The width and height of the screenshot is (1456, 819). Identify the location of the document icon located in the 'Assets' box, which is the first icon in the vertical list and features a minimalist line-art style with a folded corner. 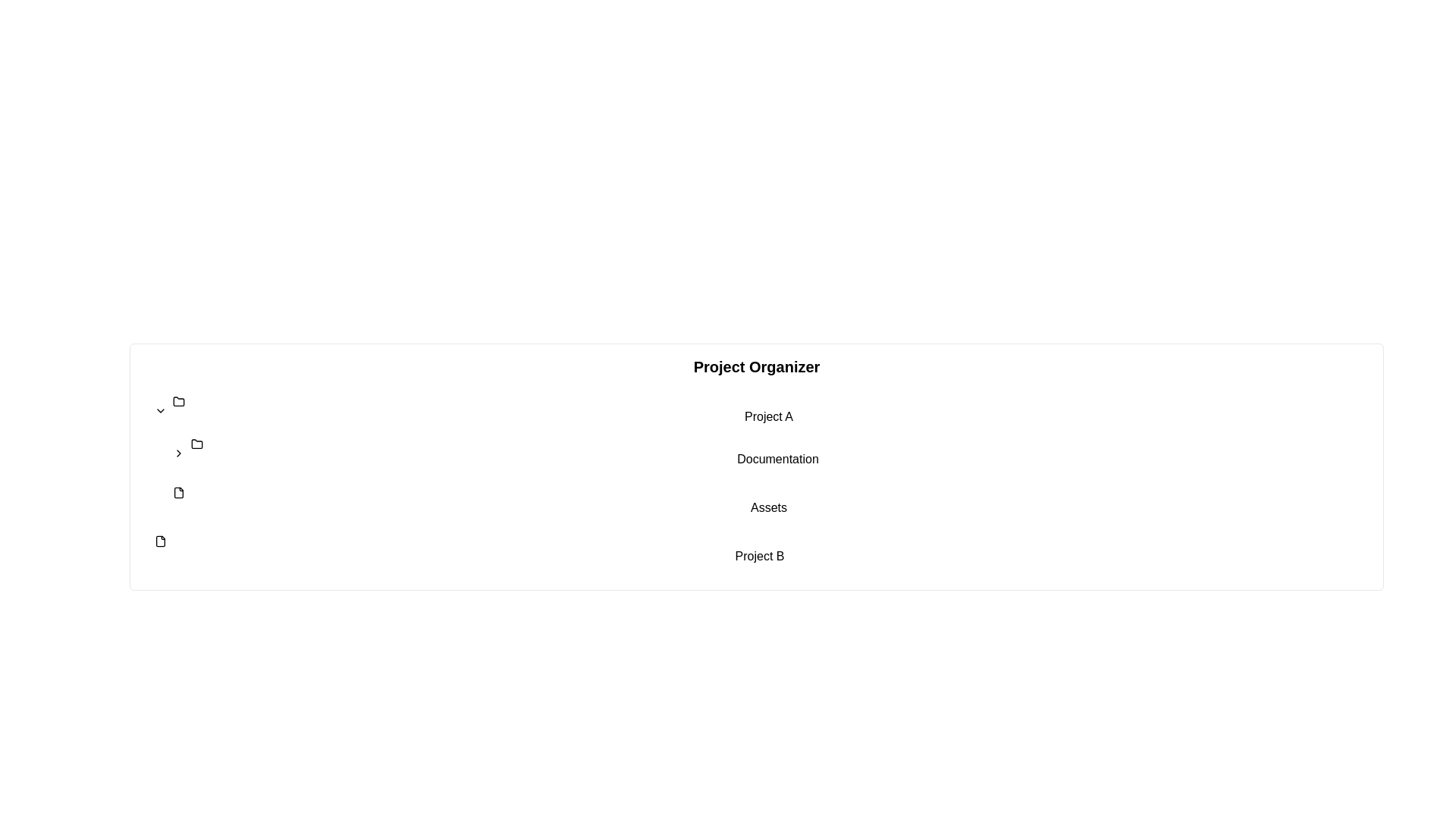
(178, 493).